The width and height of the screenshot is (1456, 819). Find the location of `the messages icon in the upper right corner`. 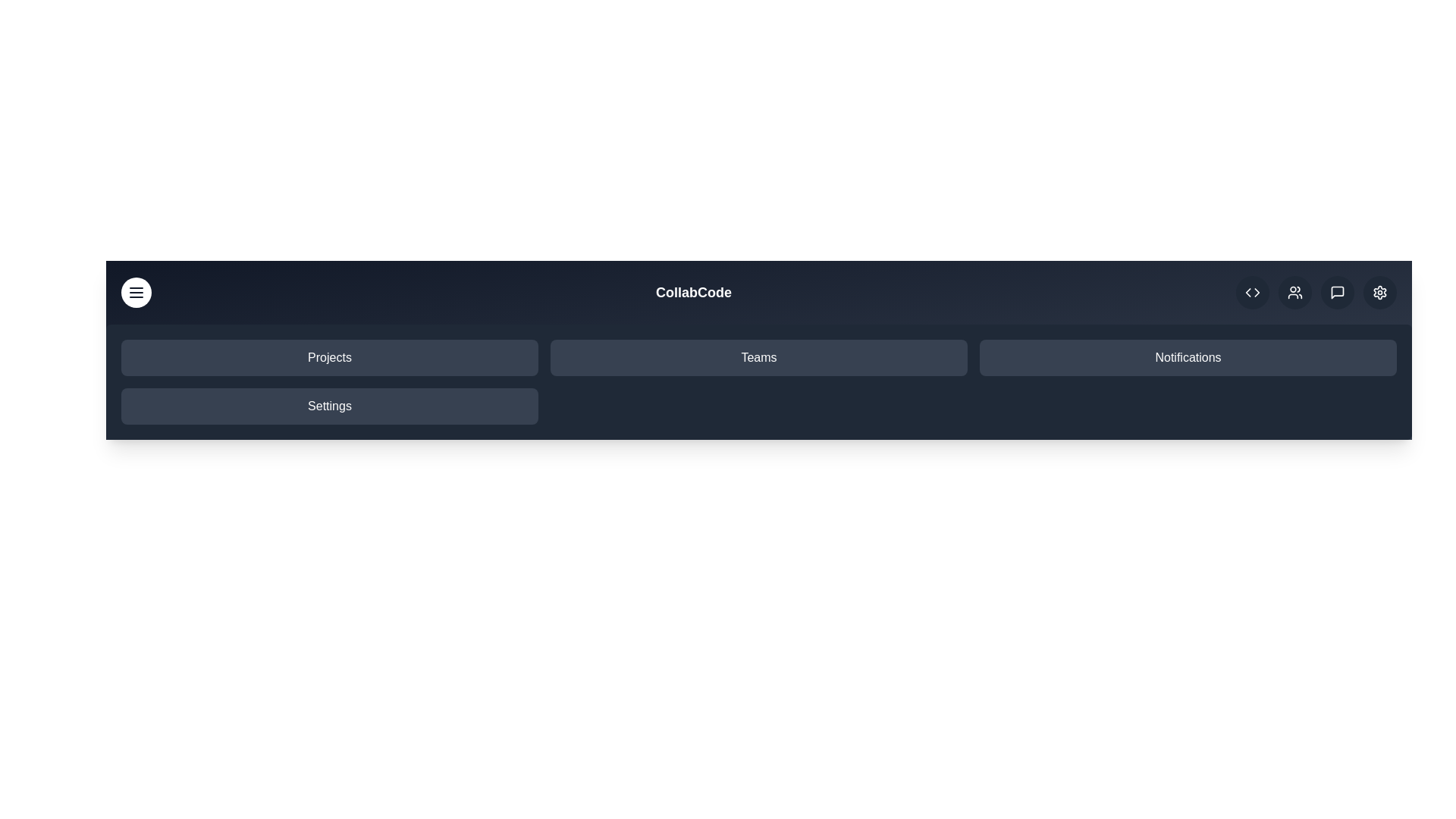

the messages icon in the upper right corner is located at coordinates (1337, 292).